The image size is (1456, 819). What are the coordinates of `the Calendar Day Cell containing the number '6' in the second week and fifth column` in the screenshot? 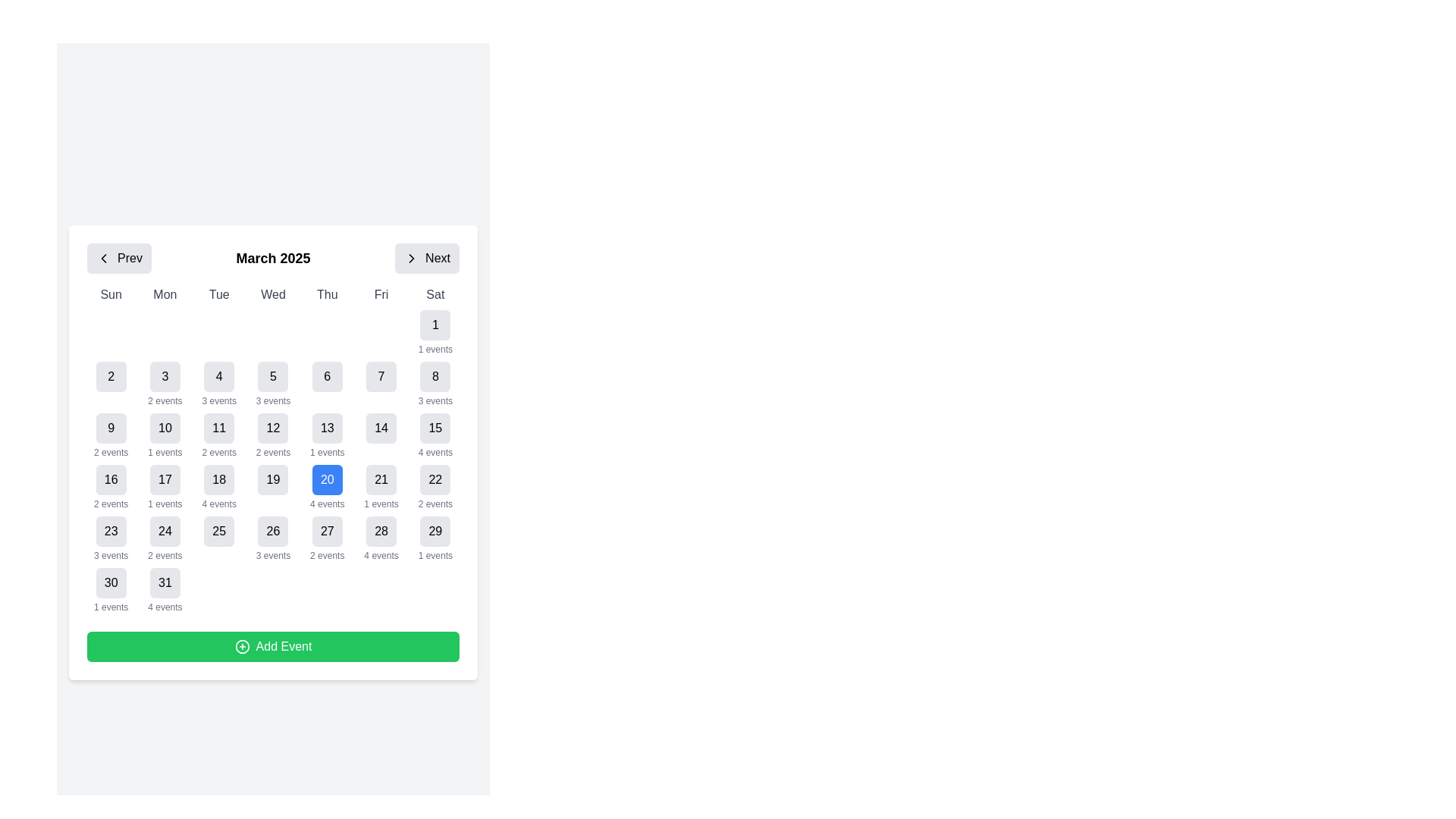 It's located at (326, 383).